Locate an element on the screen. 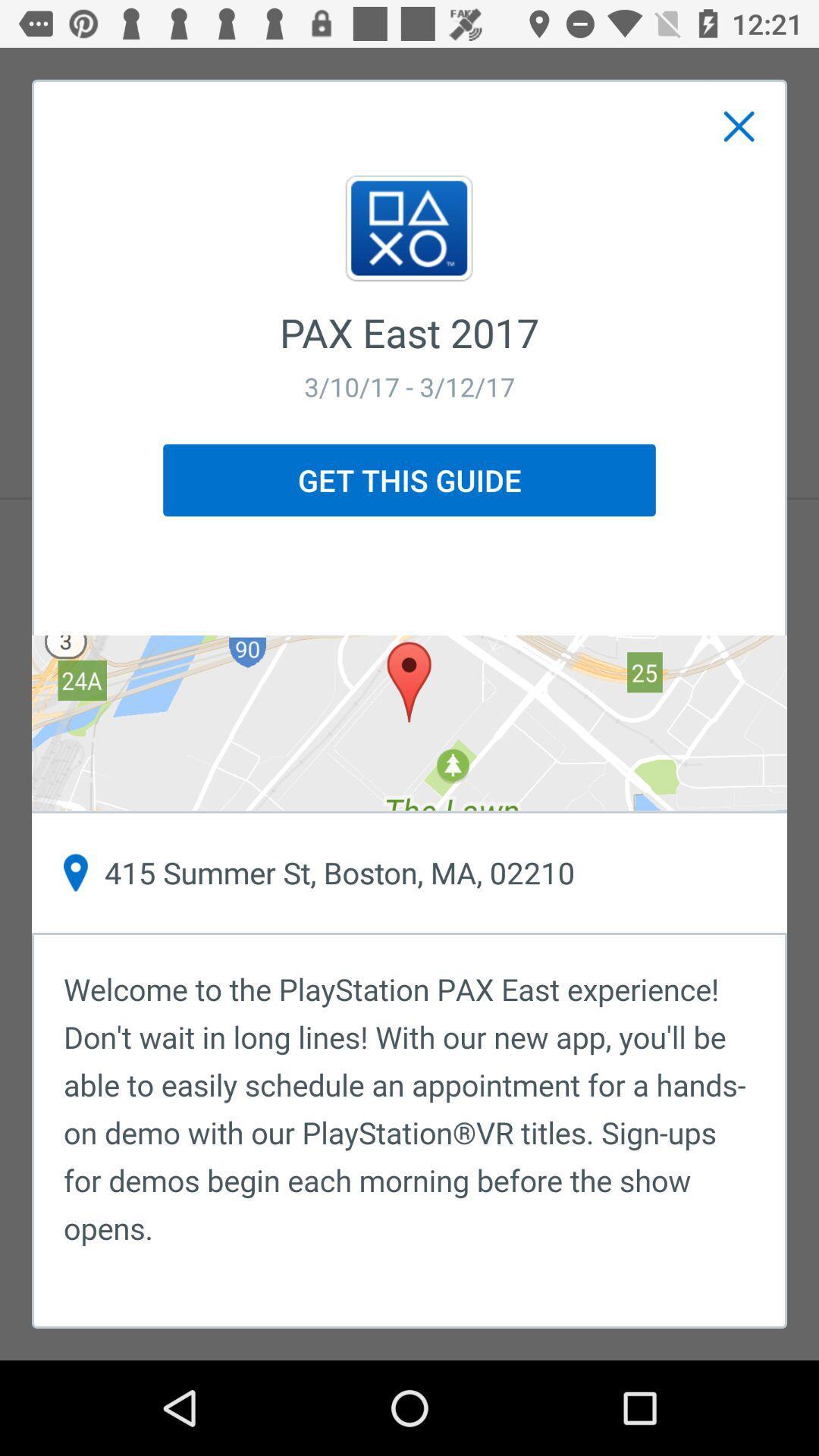 The width and height of the screenshot is (819, 1456). the item below the get this guide item is located at coordinates (409, 722).